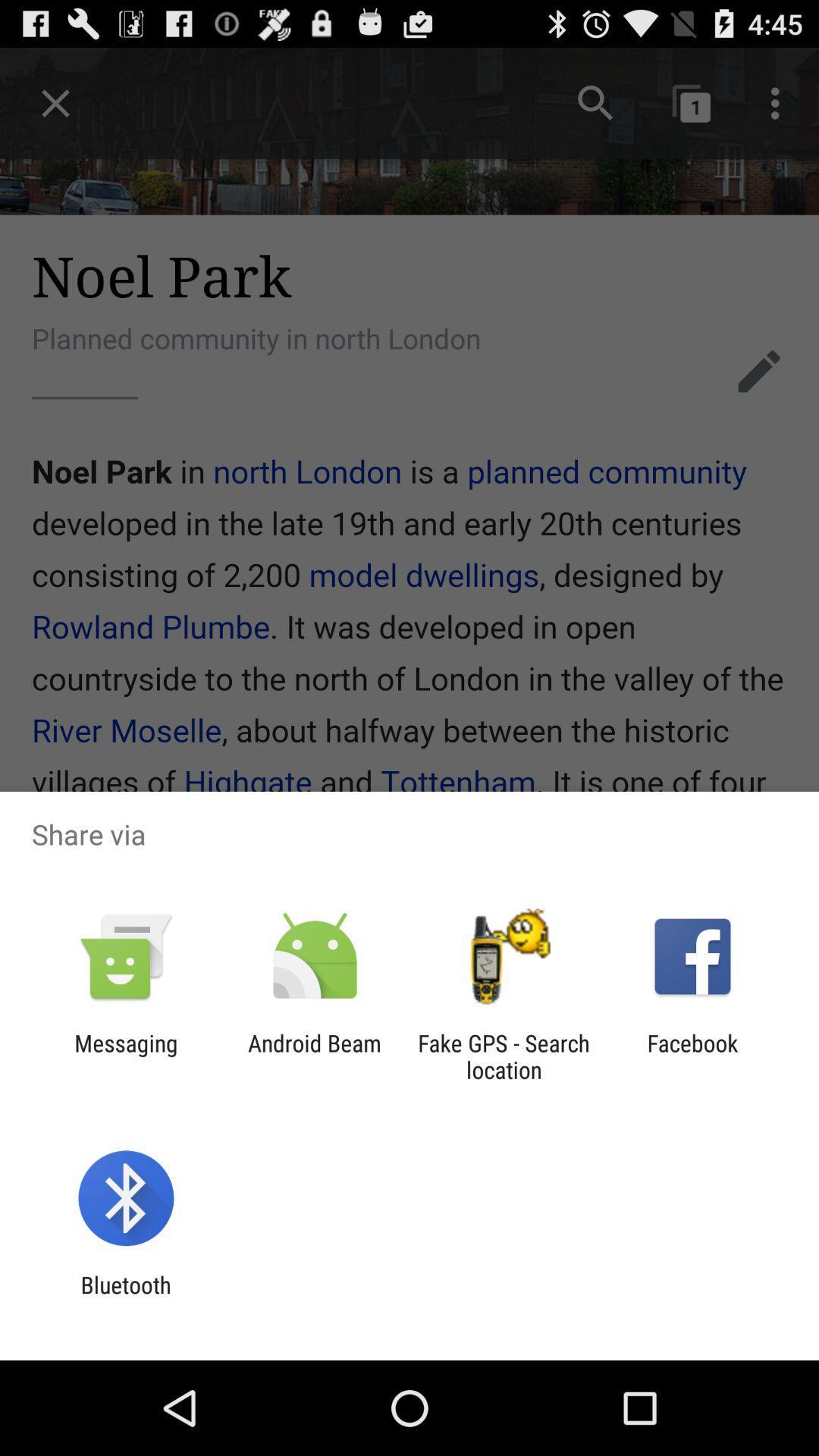 Image resolution: width=819 pixels, height=1456 pixels. What do you see at coordinates (314, 1056) in the screenshot?
I see `android beam icon` at bounding box center [314, 1056].